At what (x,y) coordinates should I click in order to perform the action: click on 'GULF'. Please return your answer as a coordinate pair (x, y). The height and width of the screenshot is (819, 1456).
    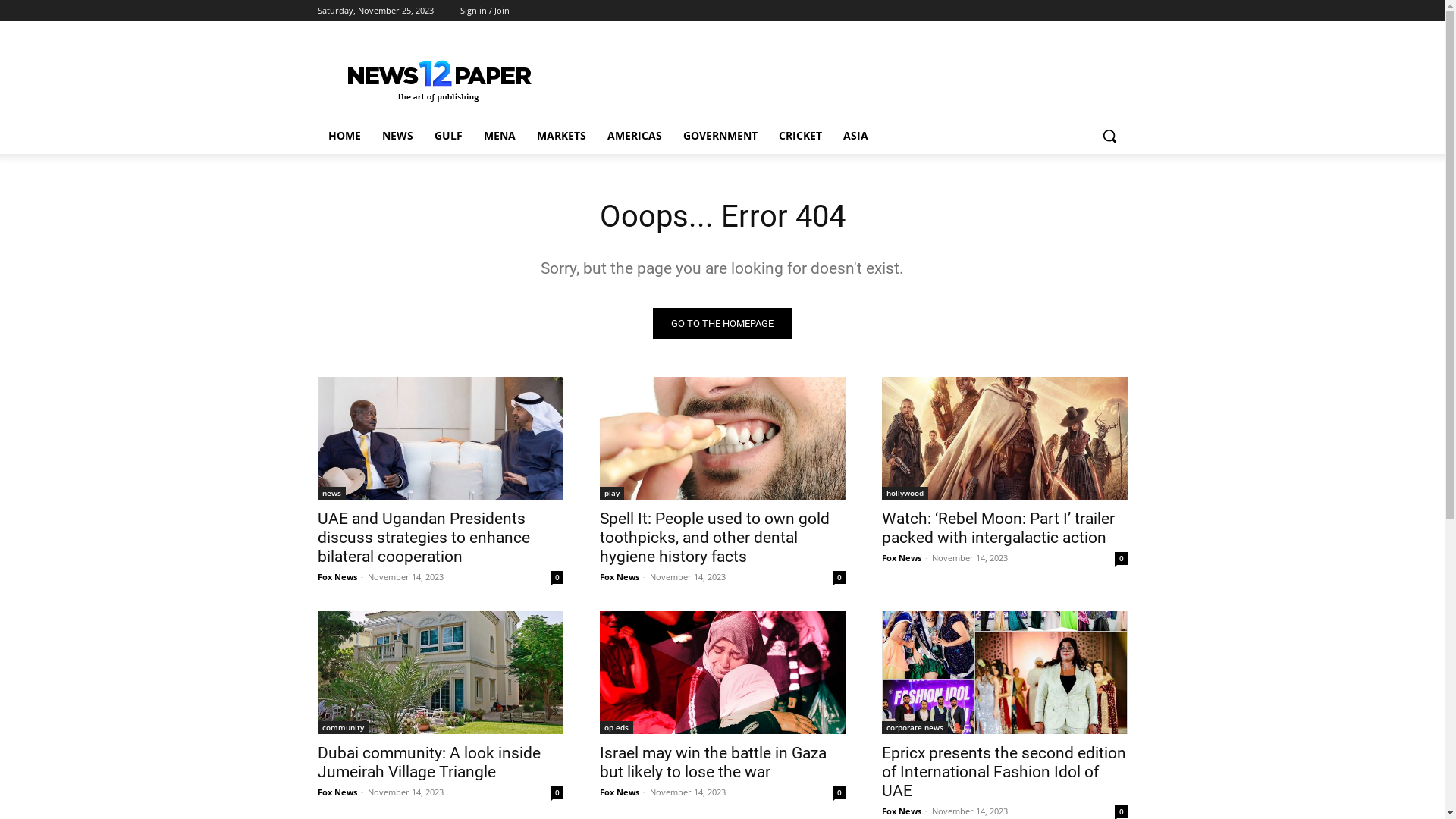
    Looking at the image, I should click on (447, 134).